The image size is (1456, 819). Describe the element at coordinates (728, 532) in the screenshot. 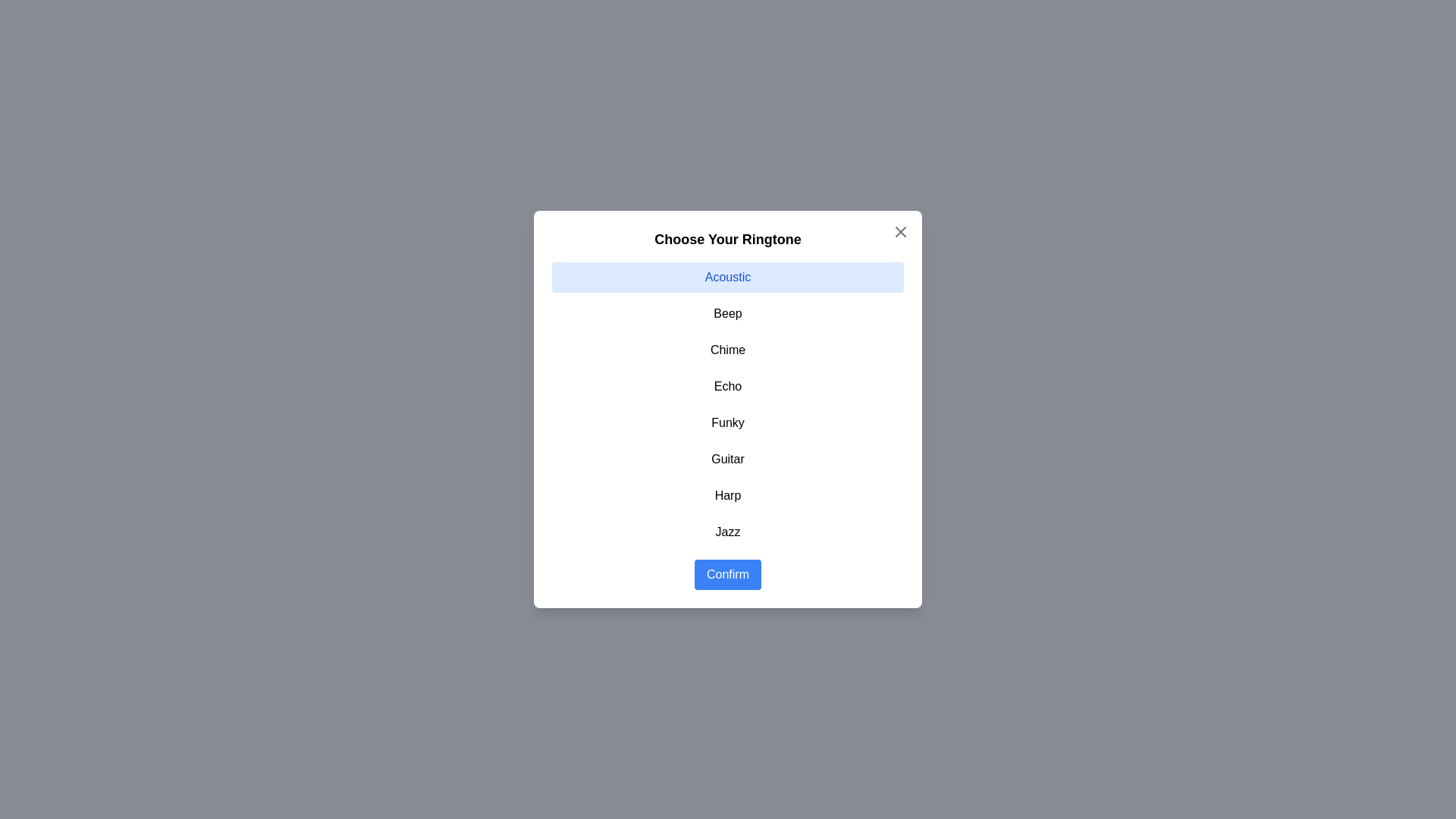

I see `the ringtone Jazz from the list` at that location.